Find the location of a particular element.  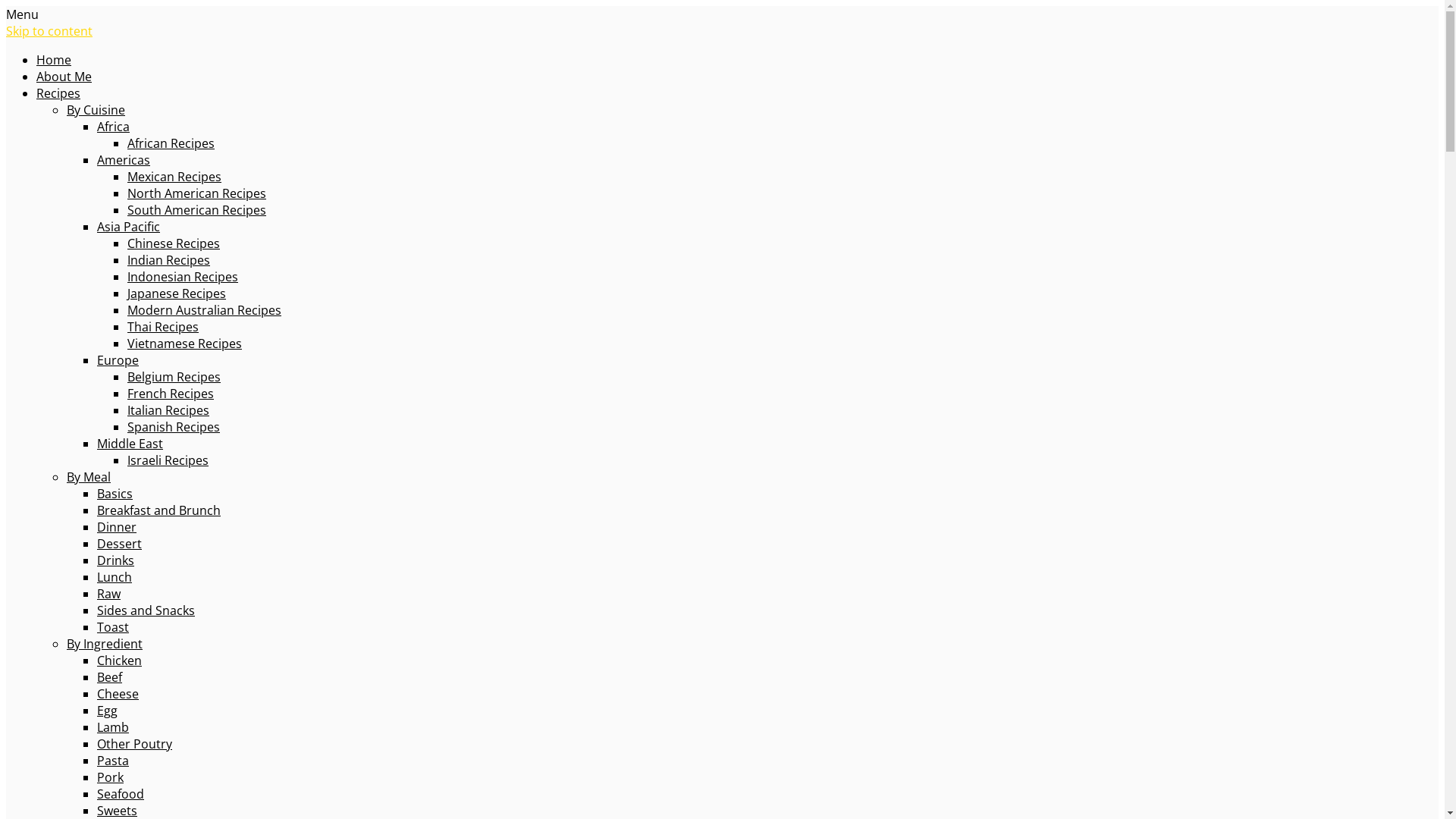

'Indonesian Recipes' is located at coordinates (182, 277).